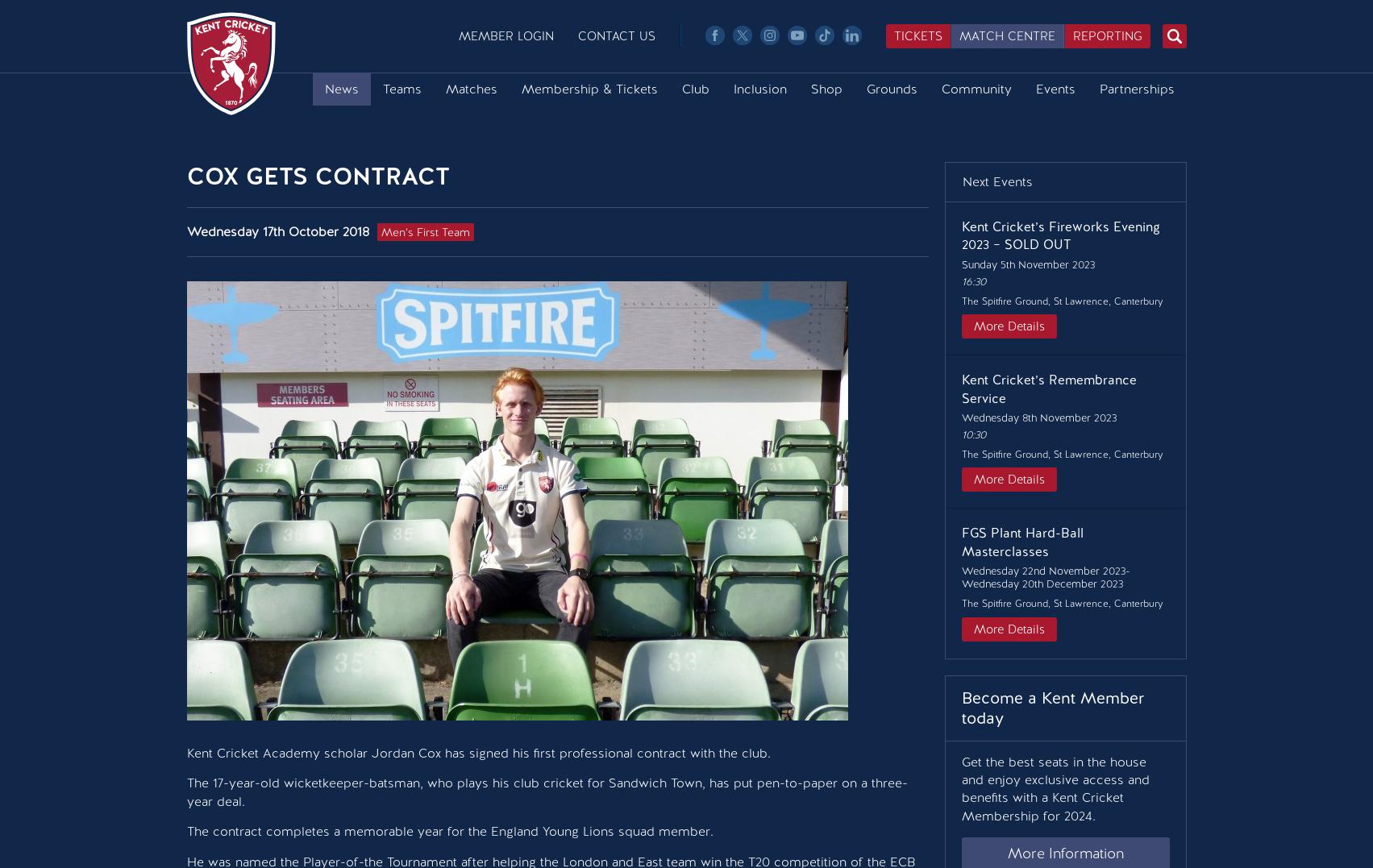 The width and height of the screenshot is (1373, 868). I want to click on 'Upcoming Events', so click(1021, 126).